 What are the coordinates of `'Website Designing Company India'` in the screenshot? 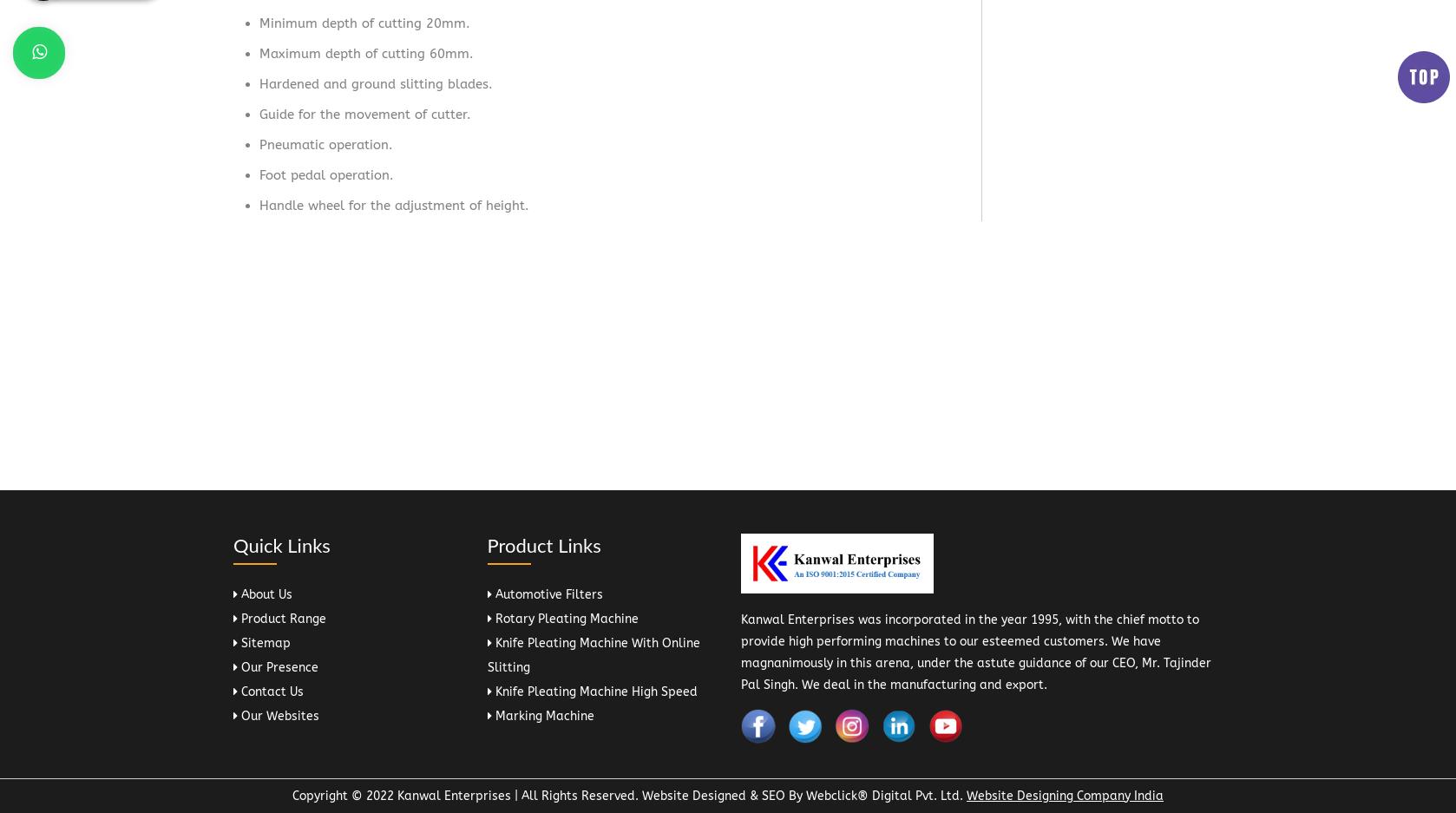 It's located at (1065, 795).